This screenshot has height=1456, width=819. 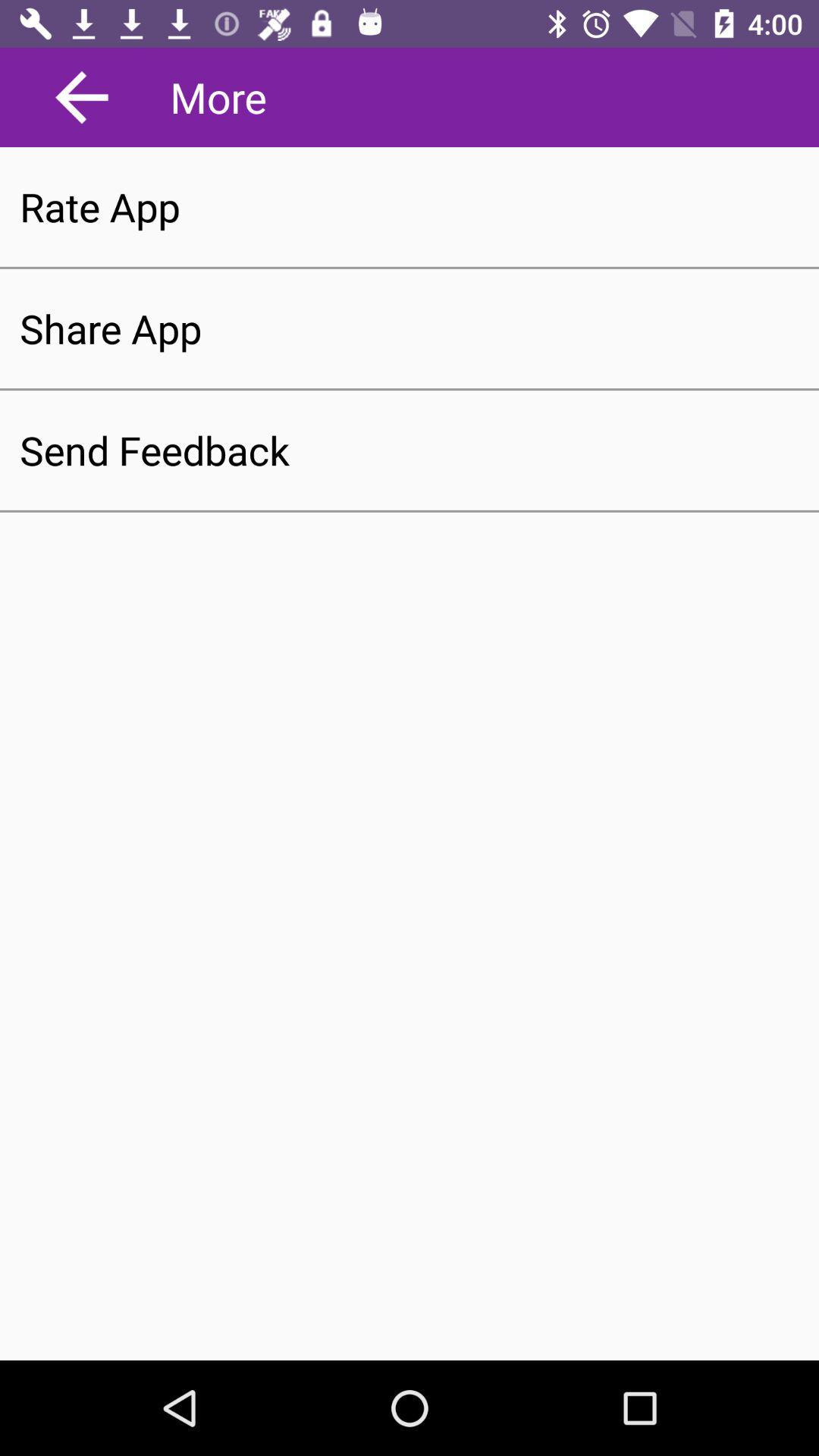 What do you see at coordinates (409, 450) in the screenshot?
I see `send feedback icon` at bounding box center [409, 450].